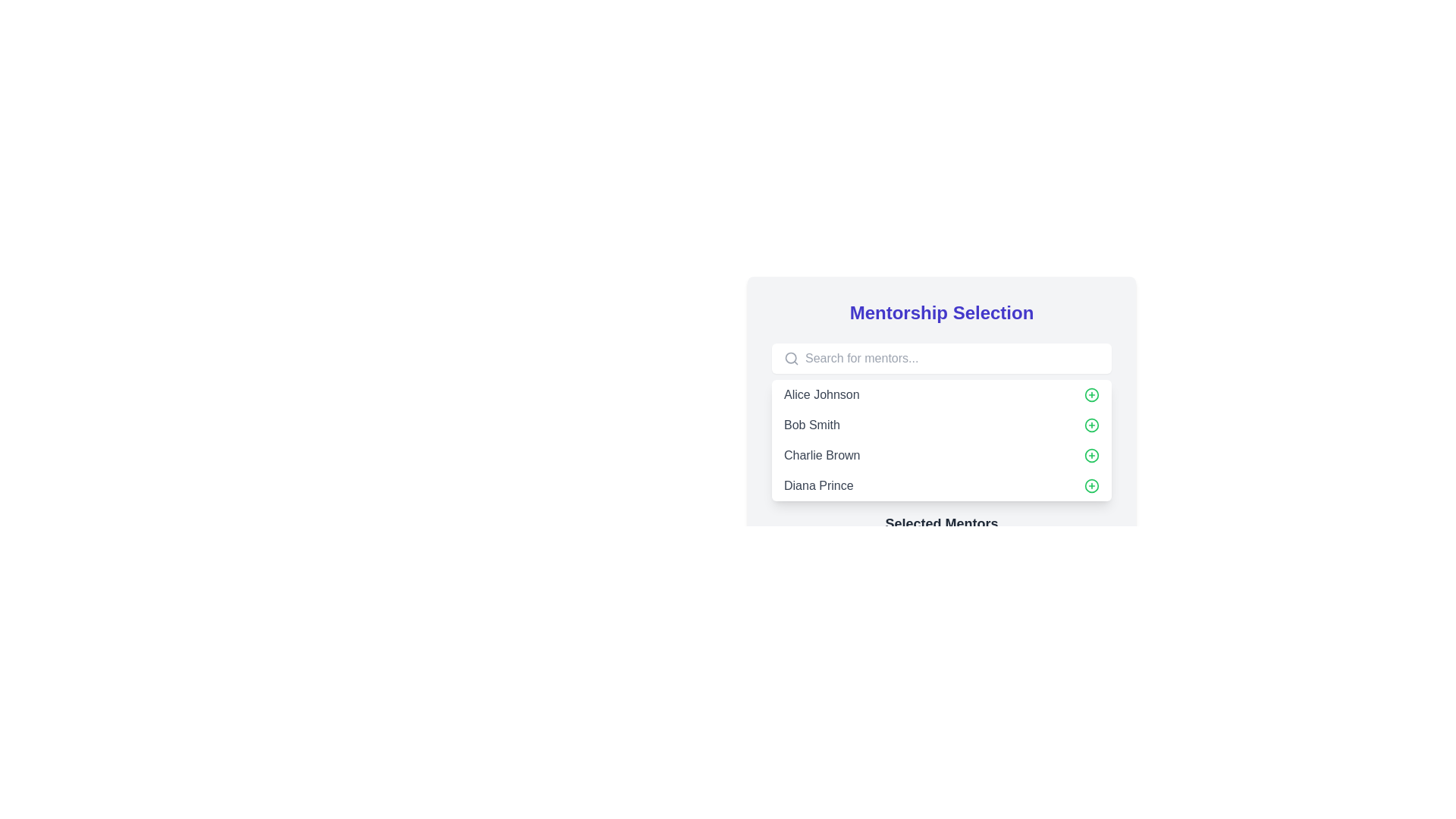  I want to click on the decorative graphical element that is part of the search icon, located to the left of the 'Search for mentors...' text box in the mentorship selection panel, so click(790, 358).